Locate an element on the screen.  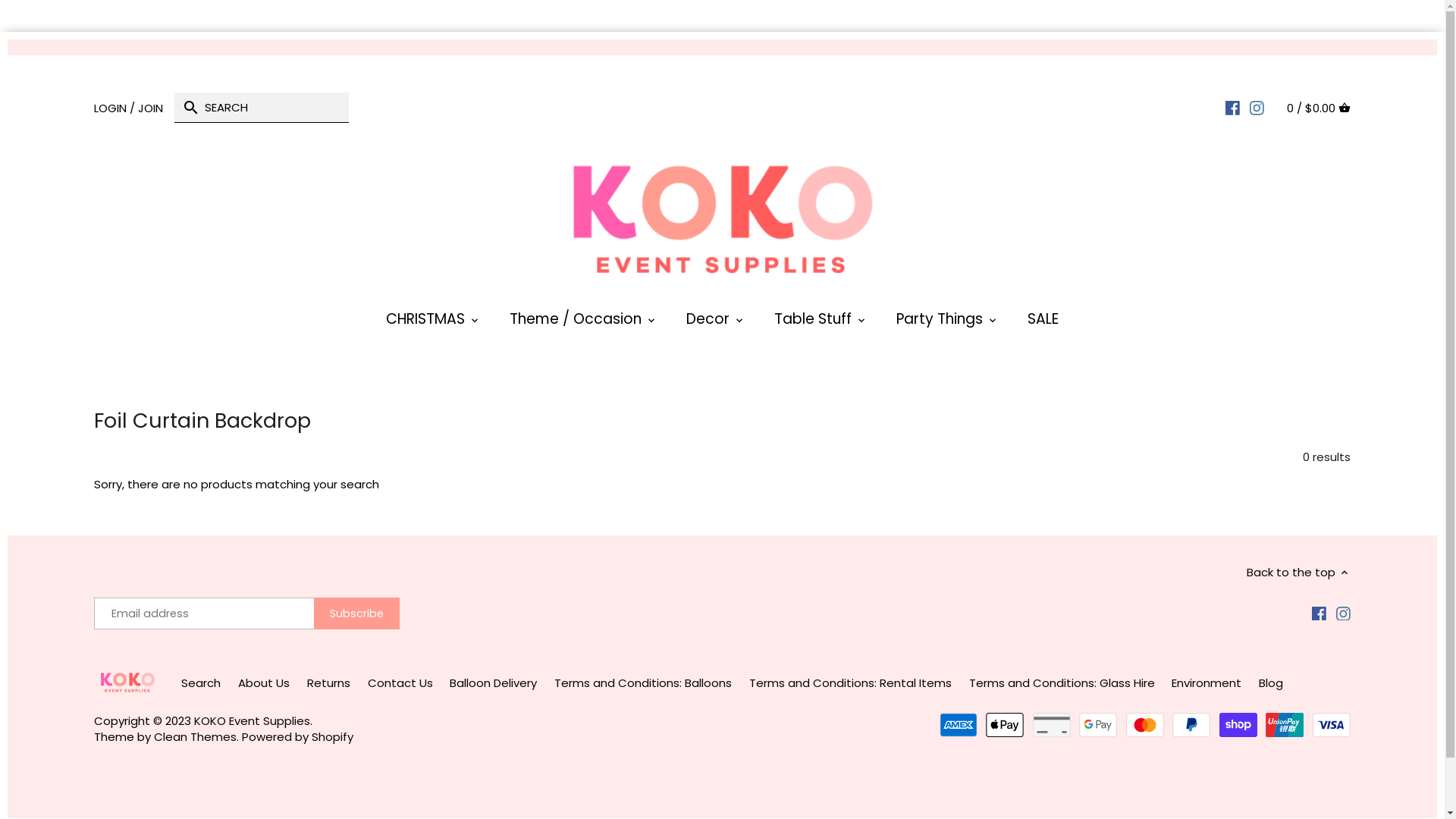
'Terms and Conditions: Balloons' is located at coordinates (643, 682).